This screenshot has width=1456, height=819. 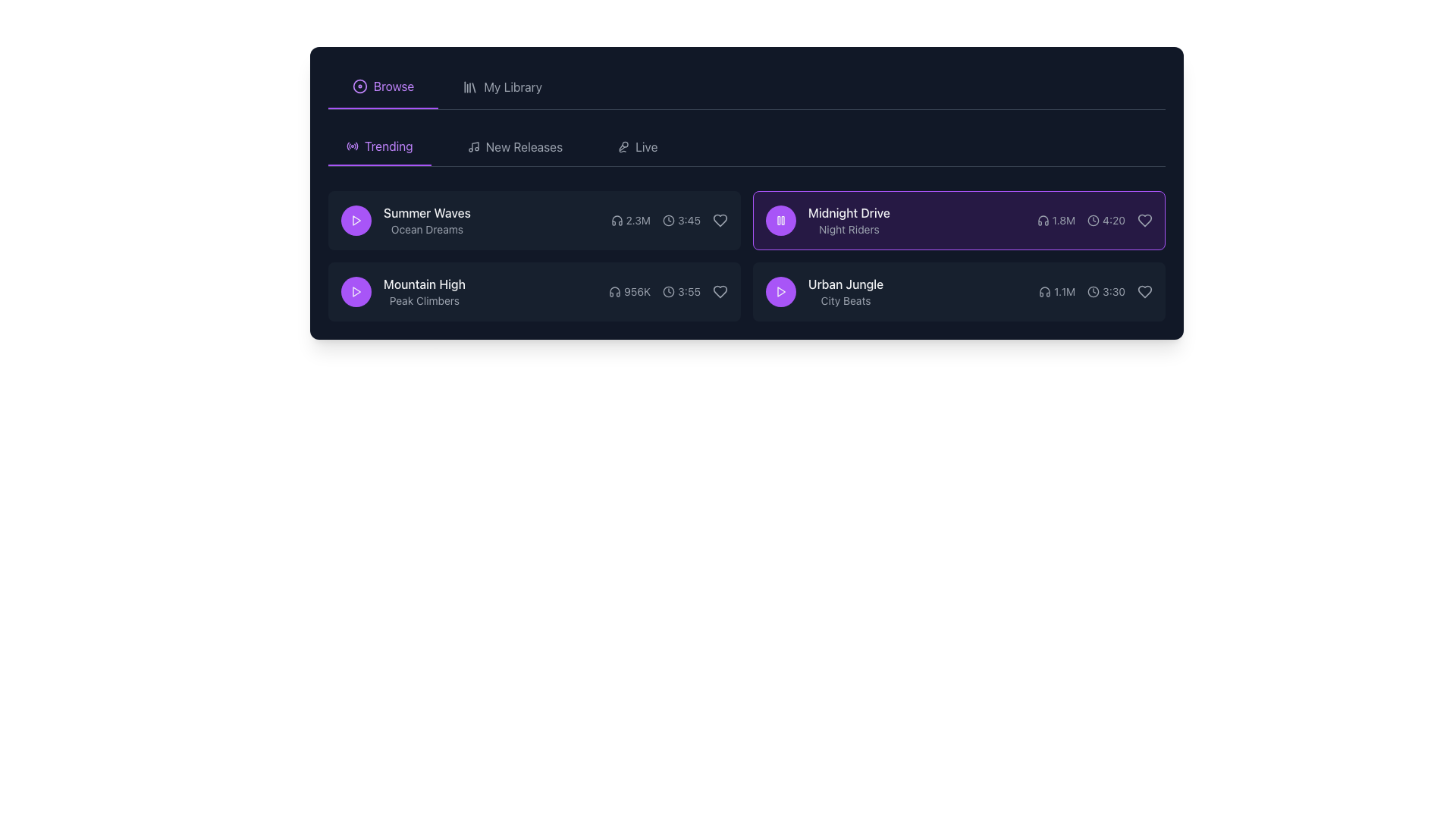 I want to click on the rectangle representing the pause button in the SVG graphic element of the user interface, so click(x=783, y=220).